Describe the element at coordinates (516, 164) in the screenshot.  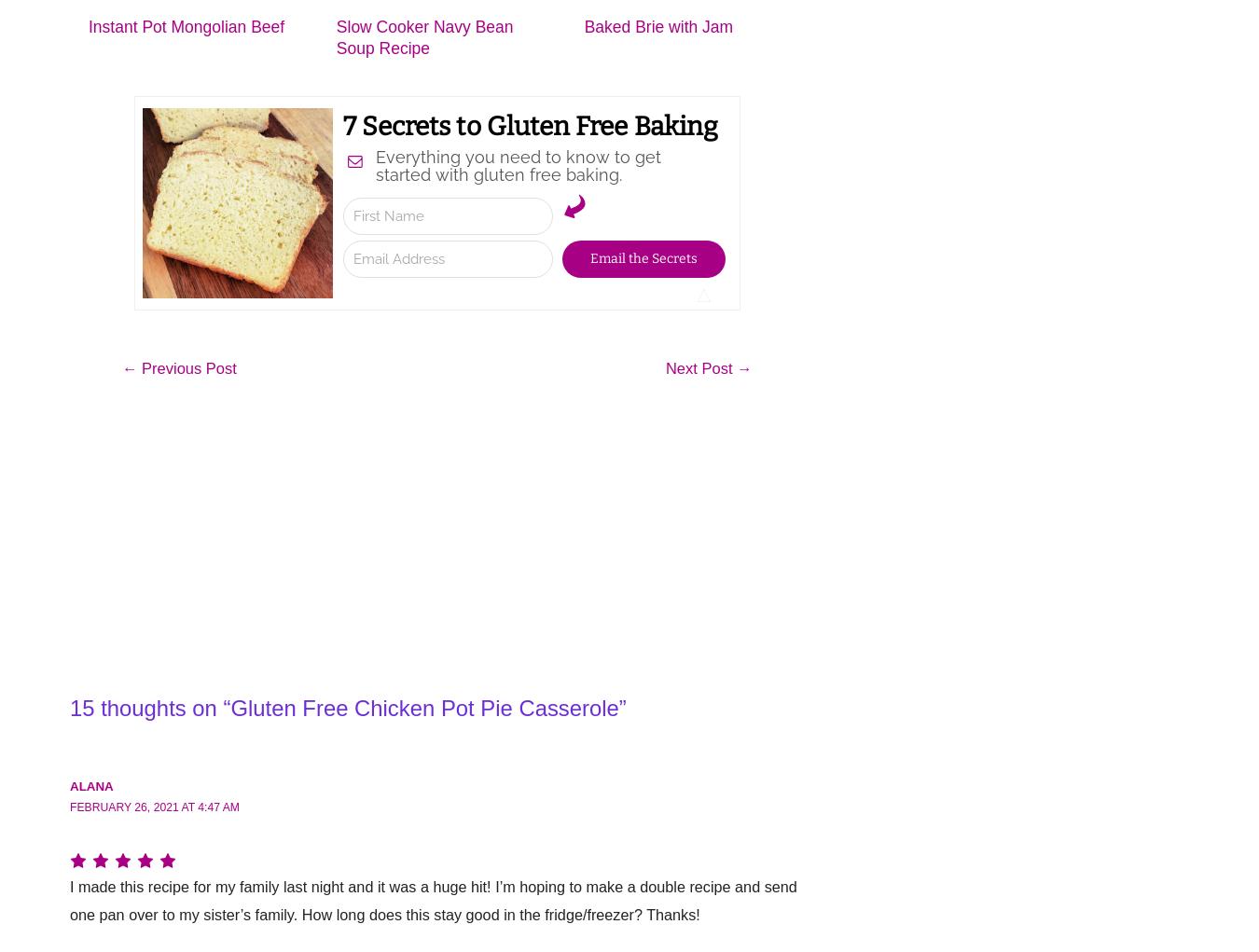
I see `'Everything you need to know to get started with gluten free baking.'` at that location.